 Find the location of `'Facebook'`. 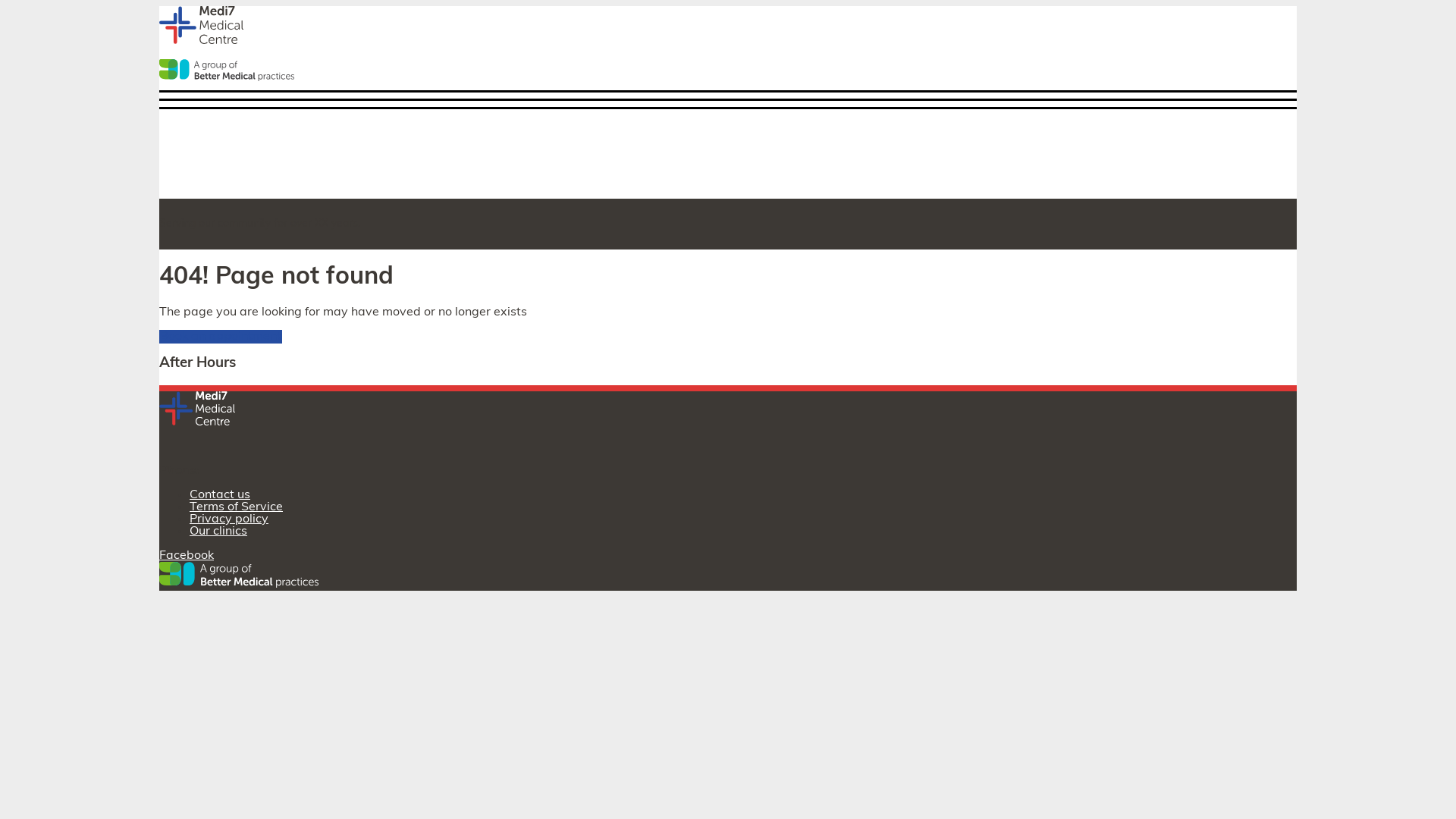

'Facebook' is located at coordinates (185, 555).